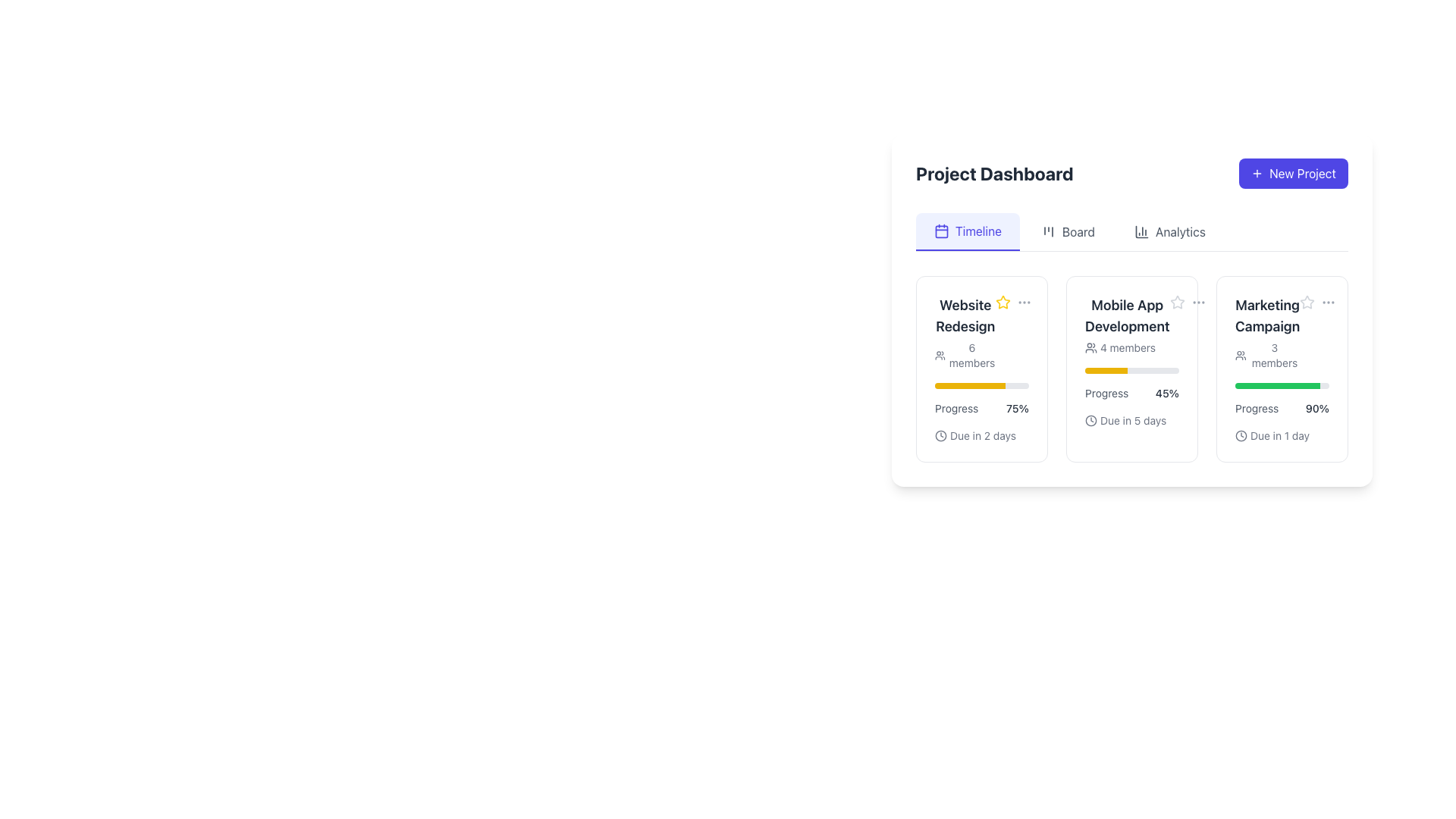 Image resolution: width=1456 pixels, height=819 pixels. What do you see at coordinates (941, 231) in the screenshot?
I see `the graphic box with rounded corners located within the calendar icon next to the 'Timeline' label in the navigation bar of the dashboard` at bounding box center [941, 231].